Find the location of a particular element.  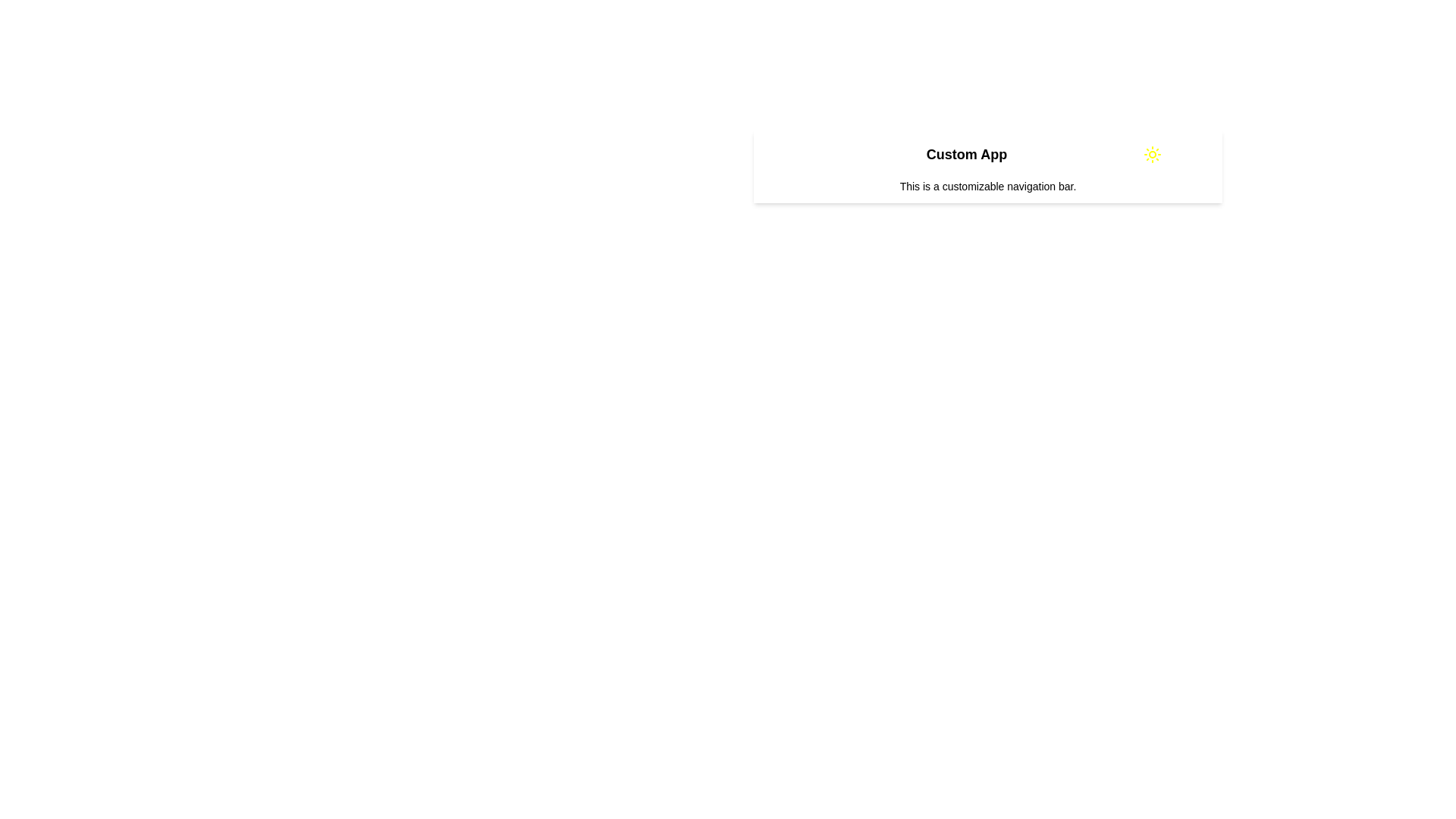

the menu icon to open the menu is located at coordinates (781, 155).